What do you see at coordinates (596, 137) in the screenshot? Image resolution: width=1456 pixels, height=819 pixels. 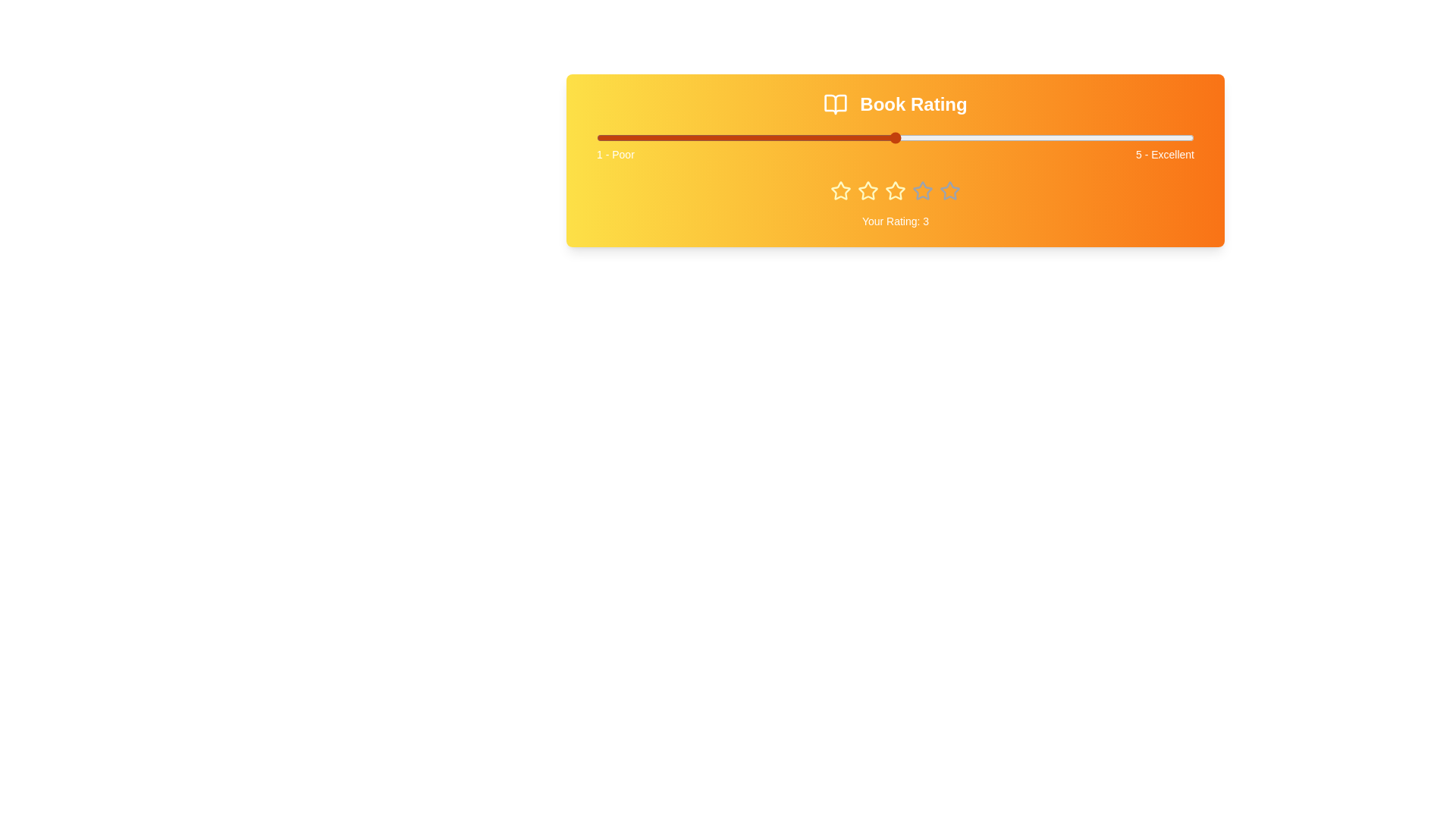 I see `the book rating slider` at bounding box center [596, 137].